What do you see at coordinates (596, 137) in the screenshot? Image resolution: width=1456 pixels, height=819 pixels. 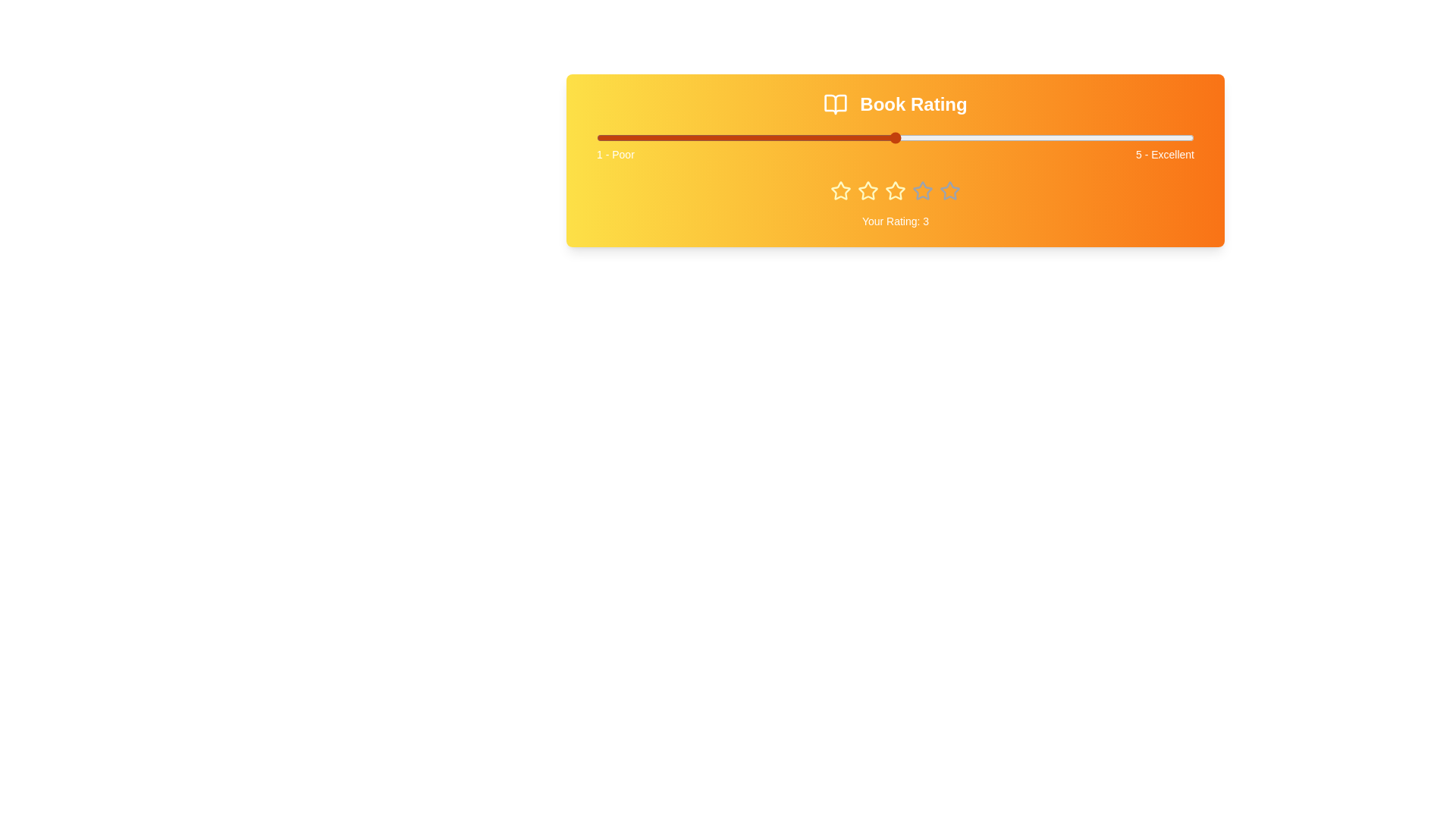 I see `the book rating slider` at bounding box center [596, 137].